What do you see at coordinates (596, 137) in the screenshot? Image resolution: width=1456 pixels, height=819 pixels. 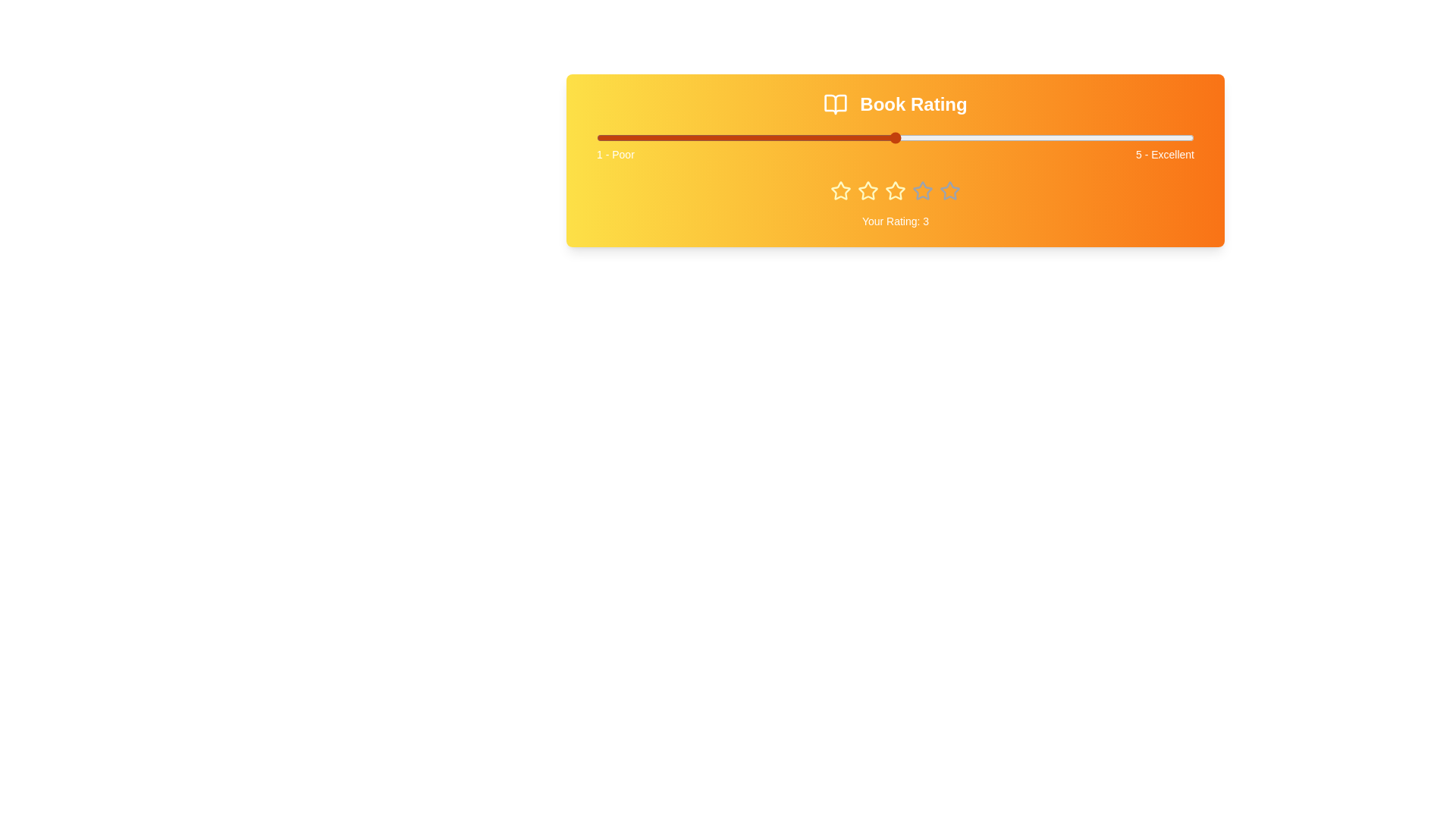 I see `the book rating slider` at bounding box center [596, 137].